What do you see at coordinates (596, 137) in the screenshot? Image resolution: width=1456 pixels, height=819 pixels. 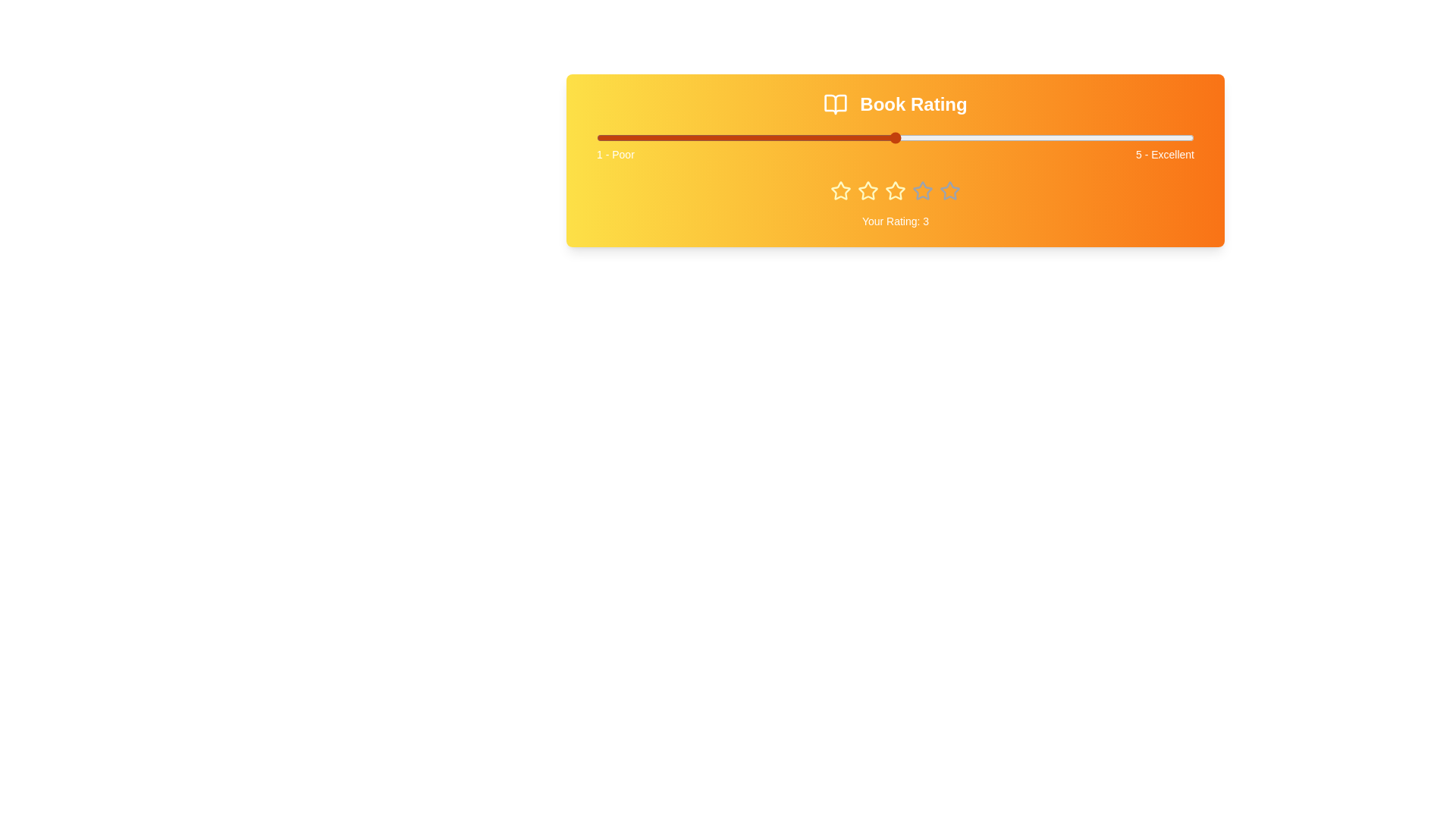 I see `the book rating slider` at bounding box center [596, 137].